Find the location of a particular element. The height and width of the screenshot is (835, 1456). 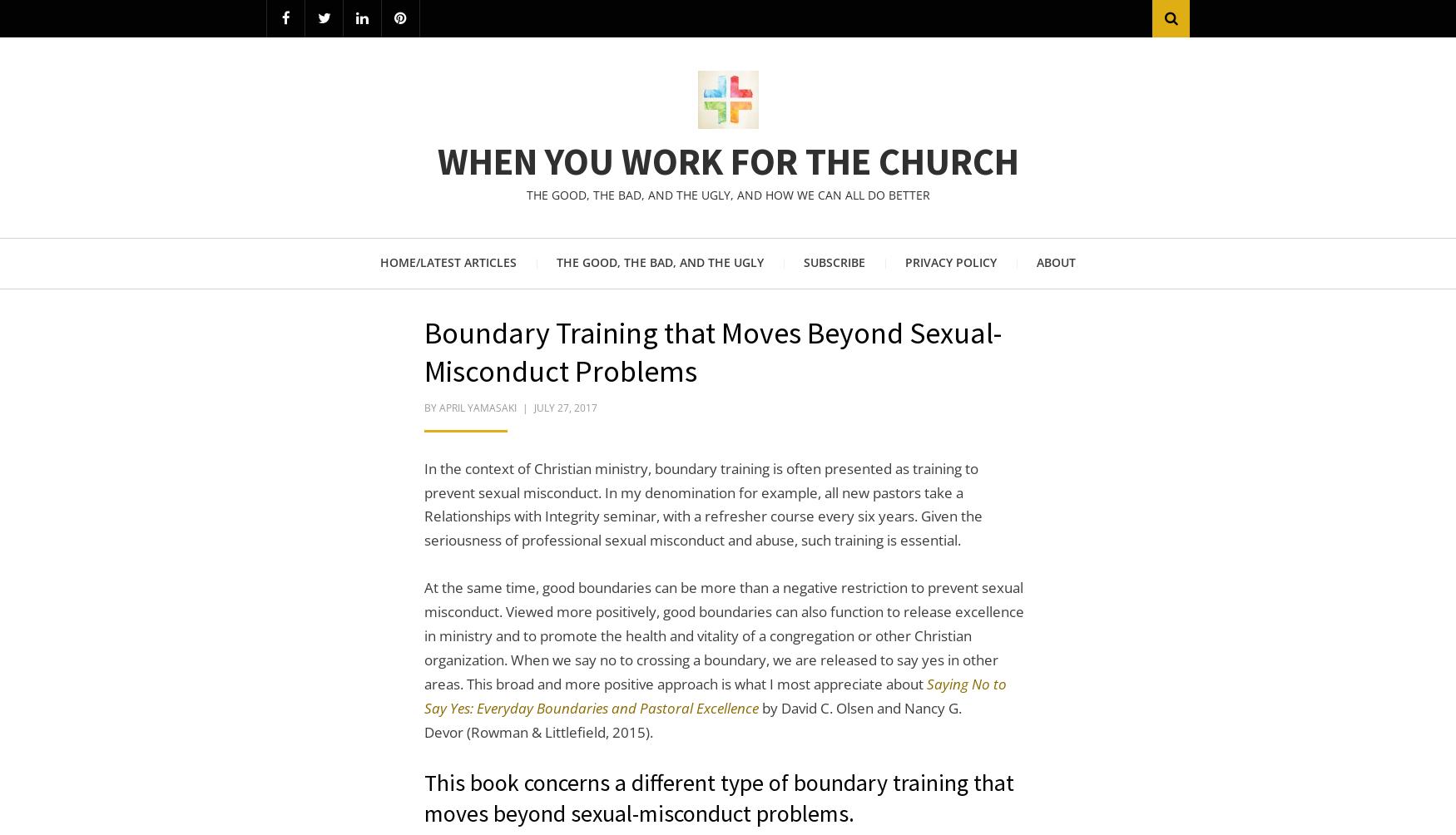

'This book concerns a different type of boundary training that moves beyond sexual-misconduct problems.' is located at coordinates (719, 797).